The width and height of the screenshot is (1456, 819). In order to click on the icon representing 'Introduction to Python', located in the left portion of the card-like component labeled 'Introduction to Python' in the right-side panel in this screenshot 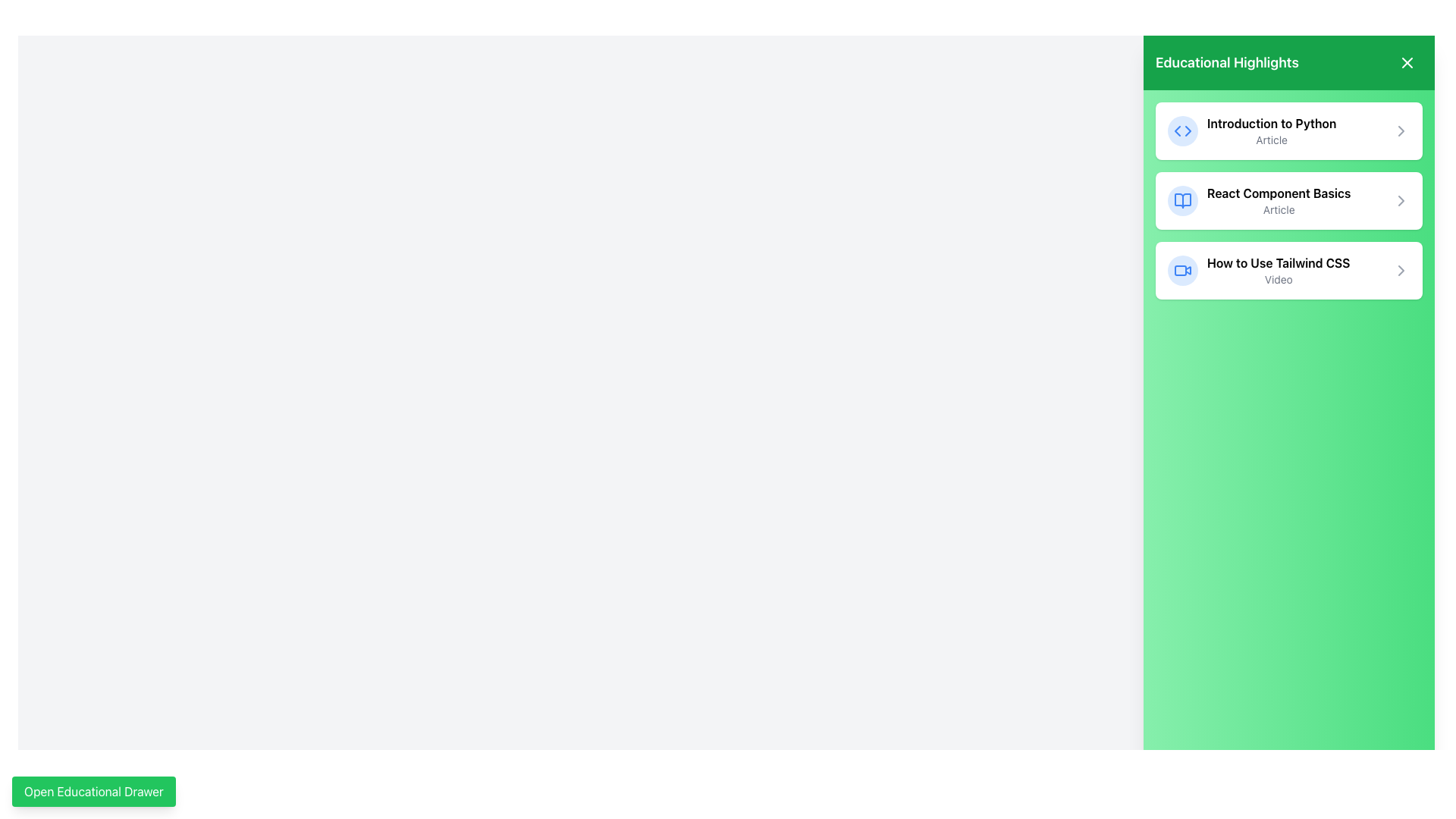, I will do `click(1182, 130)`.